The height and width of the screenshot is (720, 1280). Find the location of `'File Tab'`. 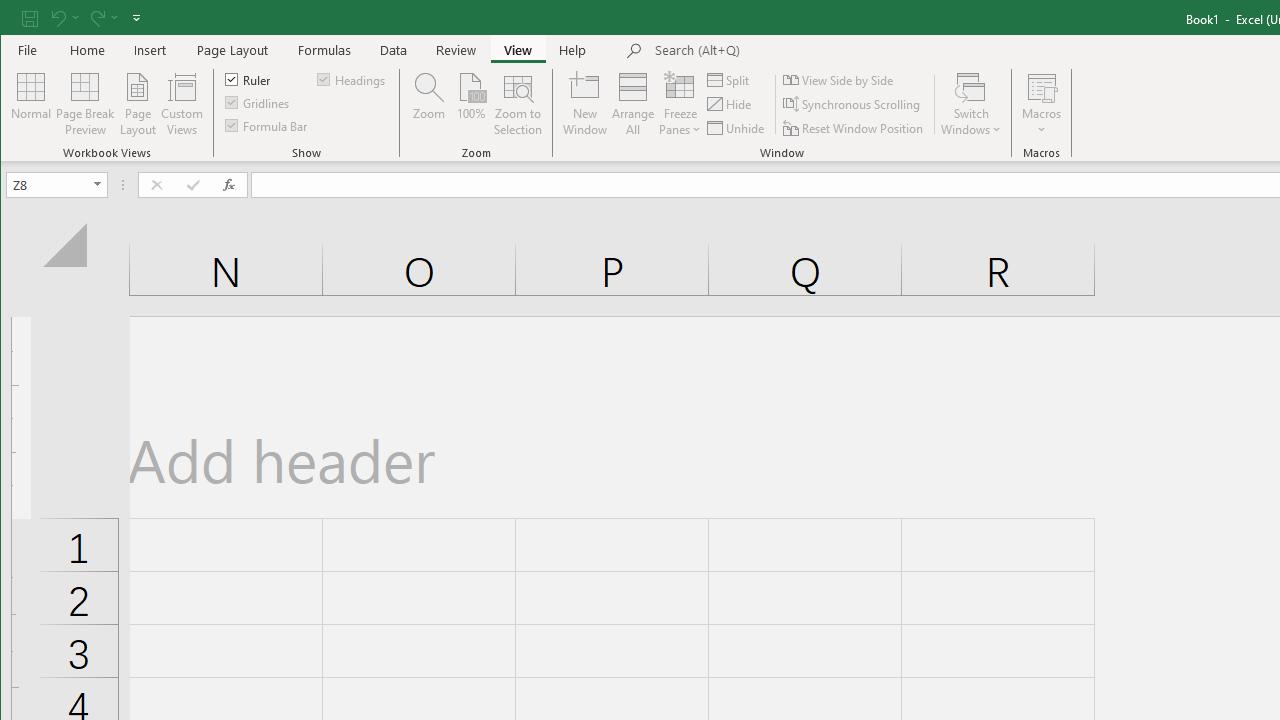

'File Tab' is located at coordinates (28, 49).